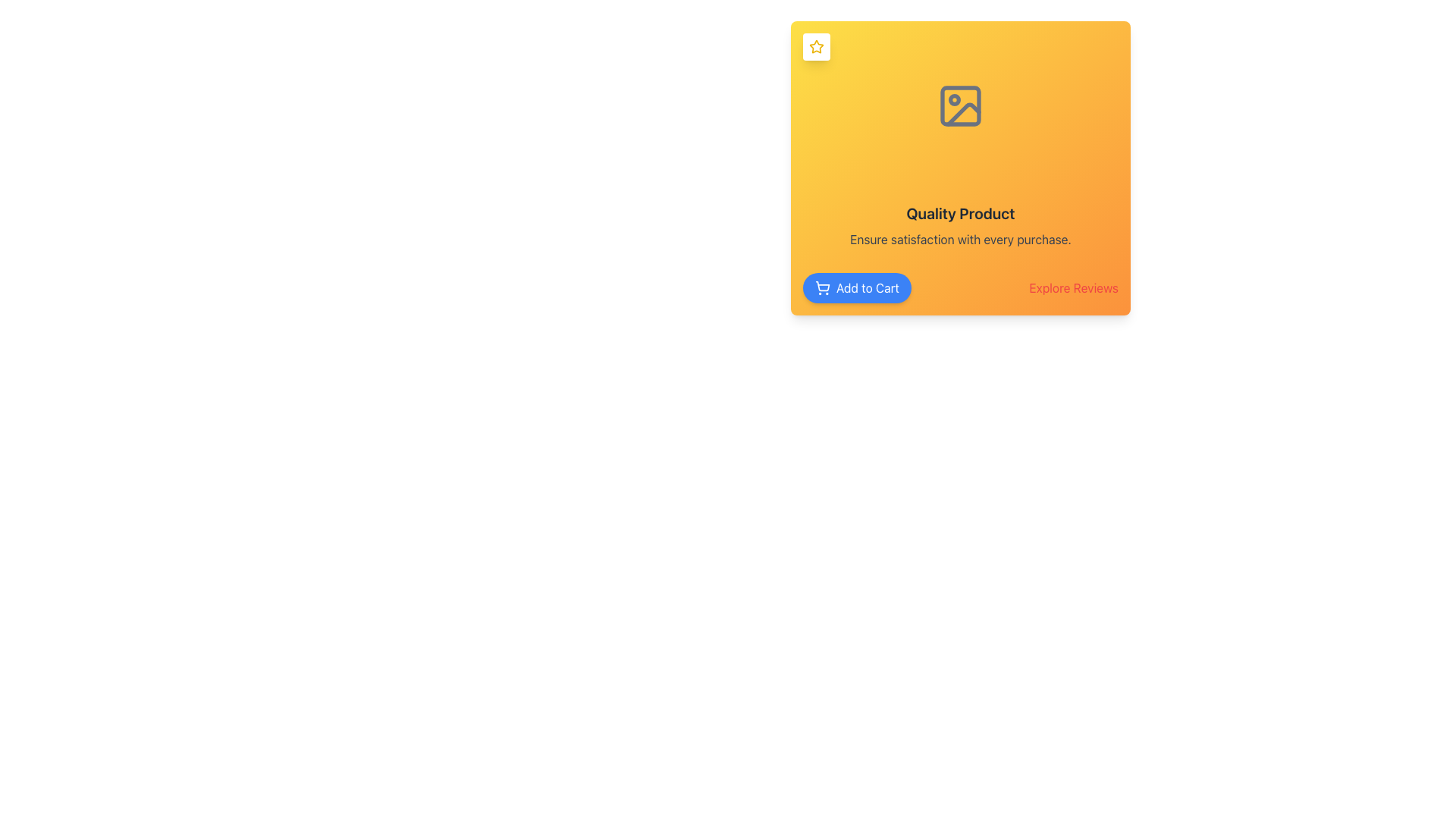  What do you see at coordinates (960, 105) in the screenshot?
I see `the Decorative Image Section located at the top part of the card, which displays an image and enriches the presentation of the card's content` at bounding box center [960, 105].